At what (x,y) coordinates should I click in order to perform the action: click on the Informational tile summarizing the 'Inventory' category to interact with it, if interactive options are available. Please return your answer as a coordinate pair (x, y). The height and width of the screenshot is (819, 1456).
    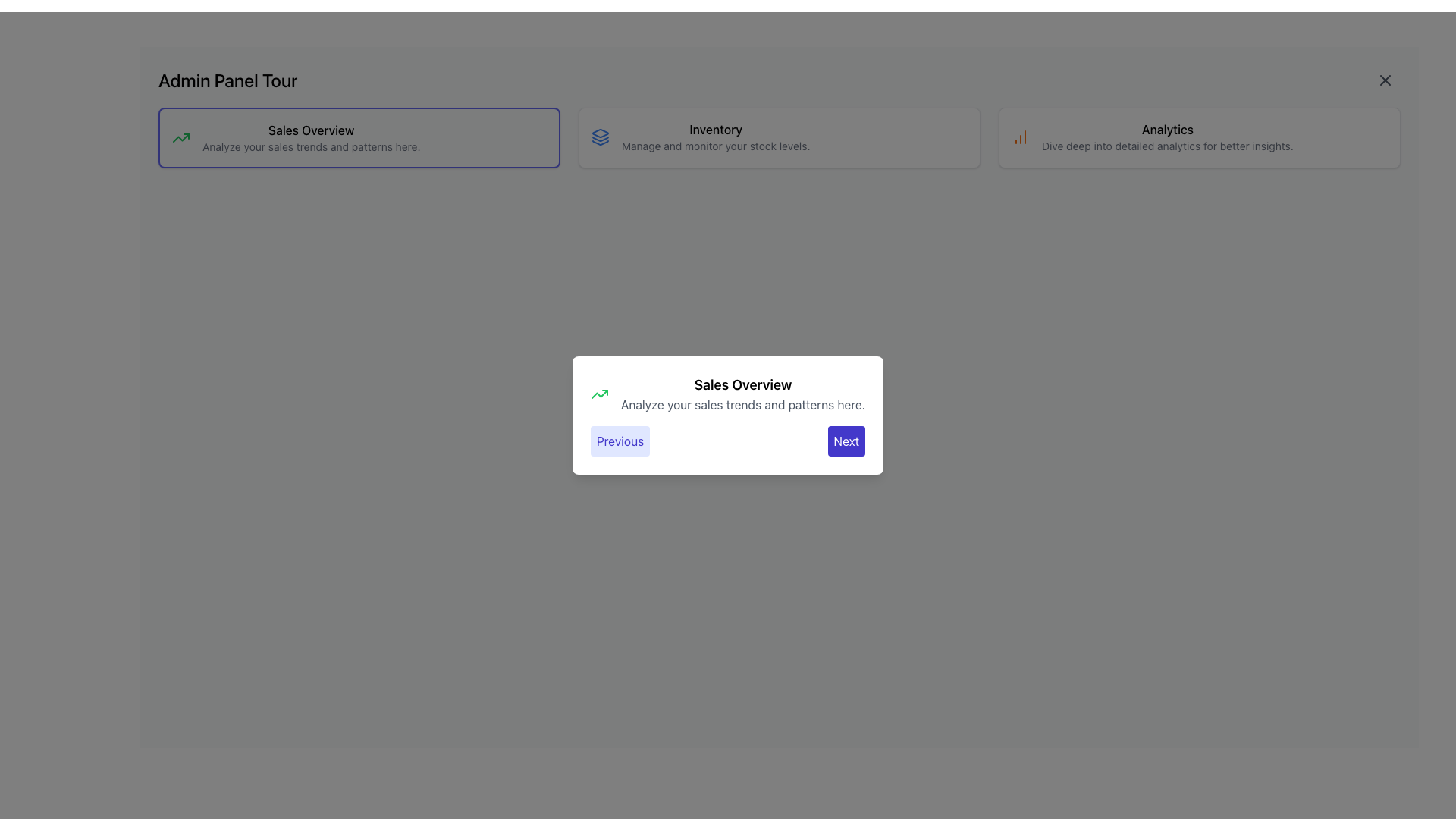
    Looking at the image, I should click on (779, 137).